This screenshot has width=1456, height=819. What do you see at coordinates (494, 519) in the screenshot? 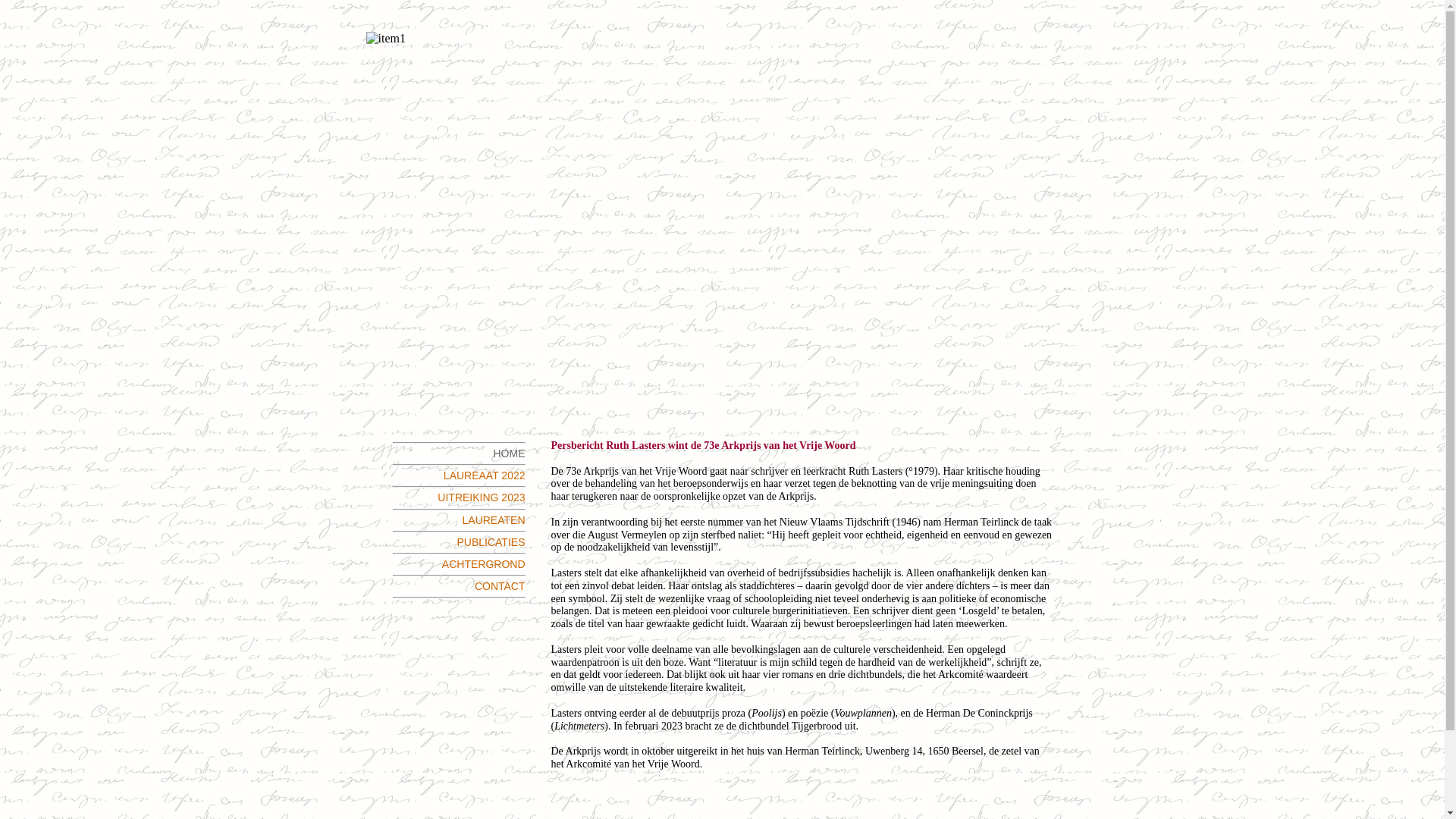
I see `'LAUREATEN'` at bounding box center [494, 519].